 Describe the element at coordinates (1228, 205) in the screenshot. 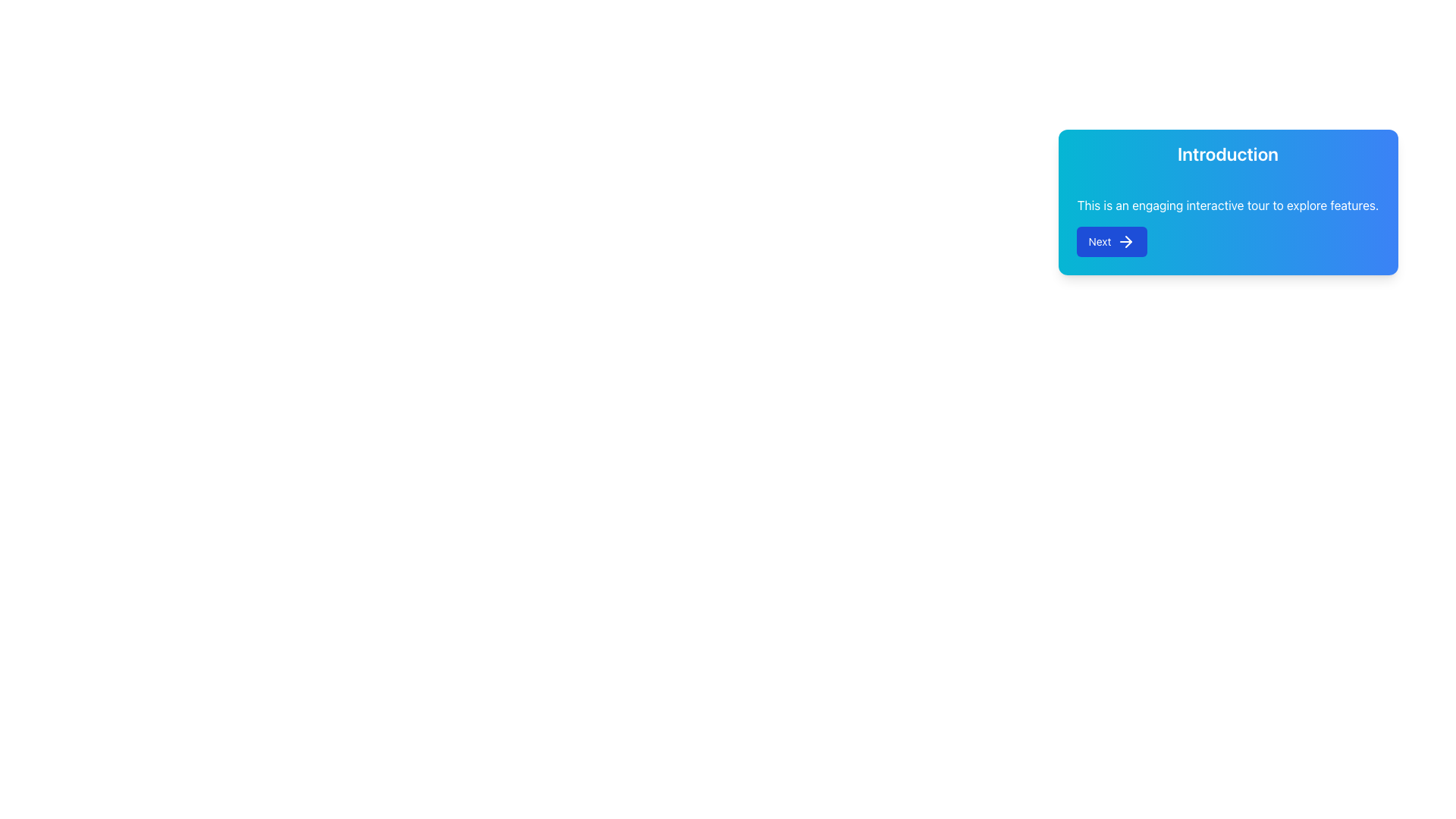

I see `the Static text label that provides context or an introductory message, located directly below the 'Introduction' title and above the 'Next' button` at that location.